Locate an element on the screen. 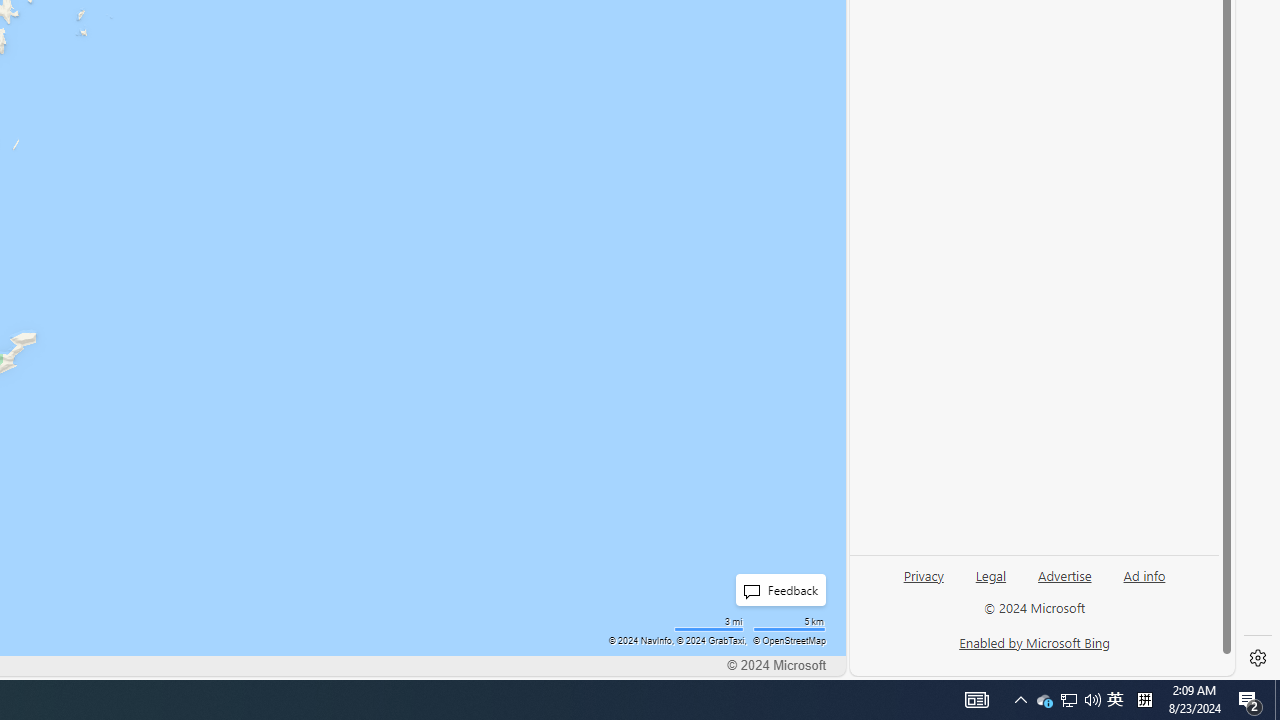 The height and width of the screenshot is (720, 1280). 'Privacy' is located at coordinates (922, 574).